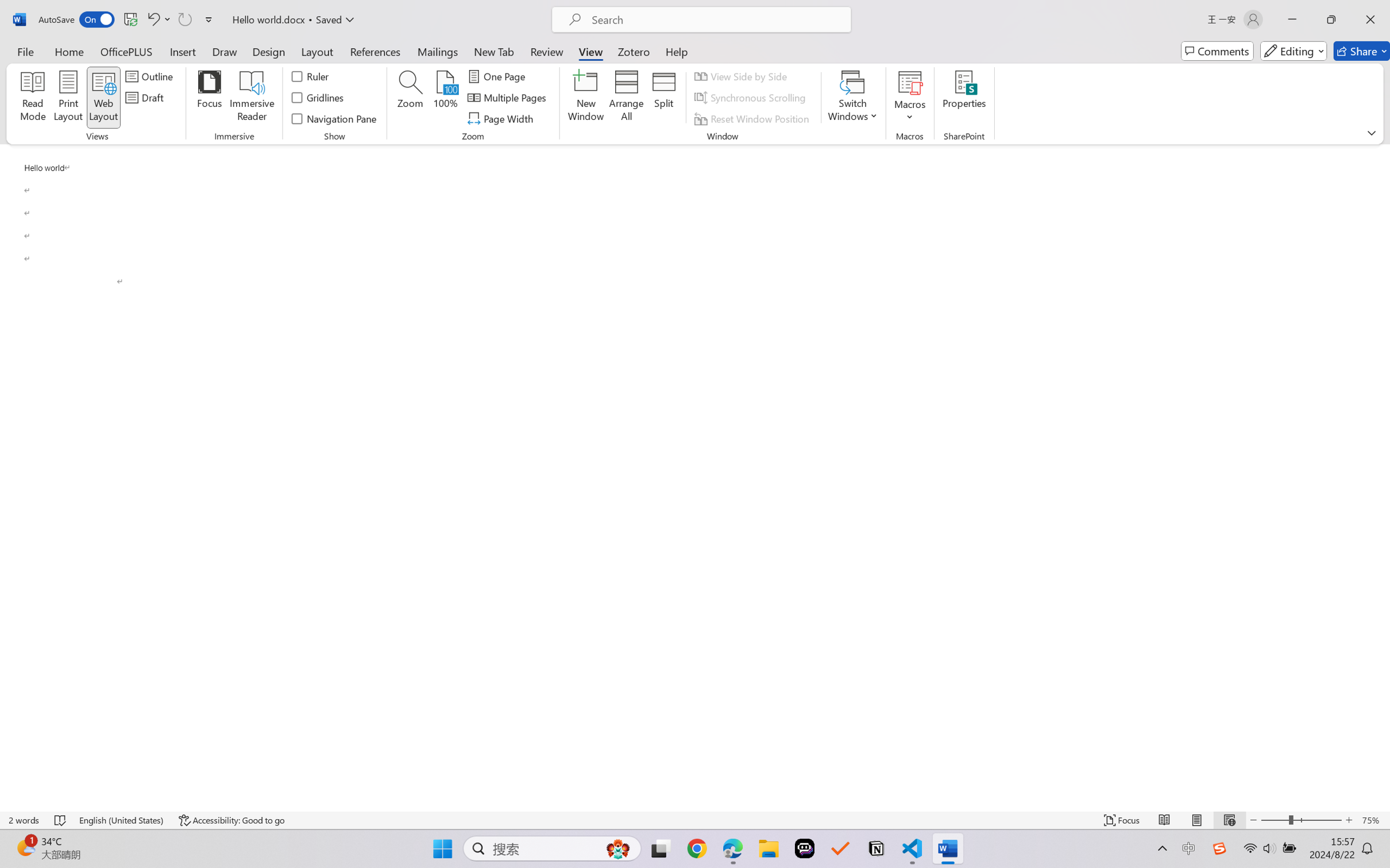 The image size is (1390, 868). What do you see at coordinates (25, 51) in the screenshot?
I see `'File Tab'` at bounding box center [25, 51].